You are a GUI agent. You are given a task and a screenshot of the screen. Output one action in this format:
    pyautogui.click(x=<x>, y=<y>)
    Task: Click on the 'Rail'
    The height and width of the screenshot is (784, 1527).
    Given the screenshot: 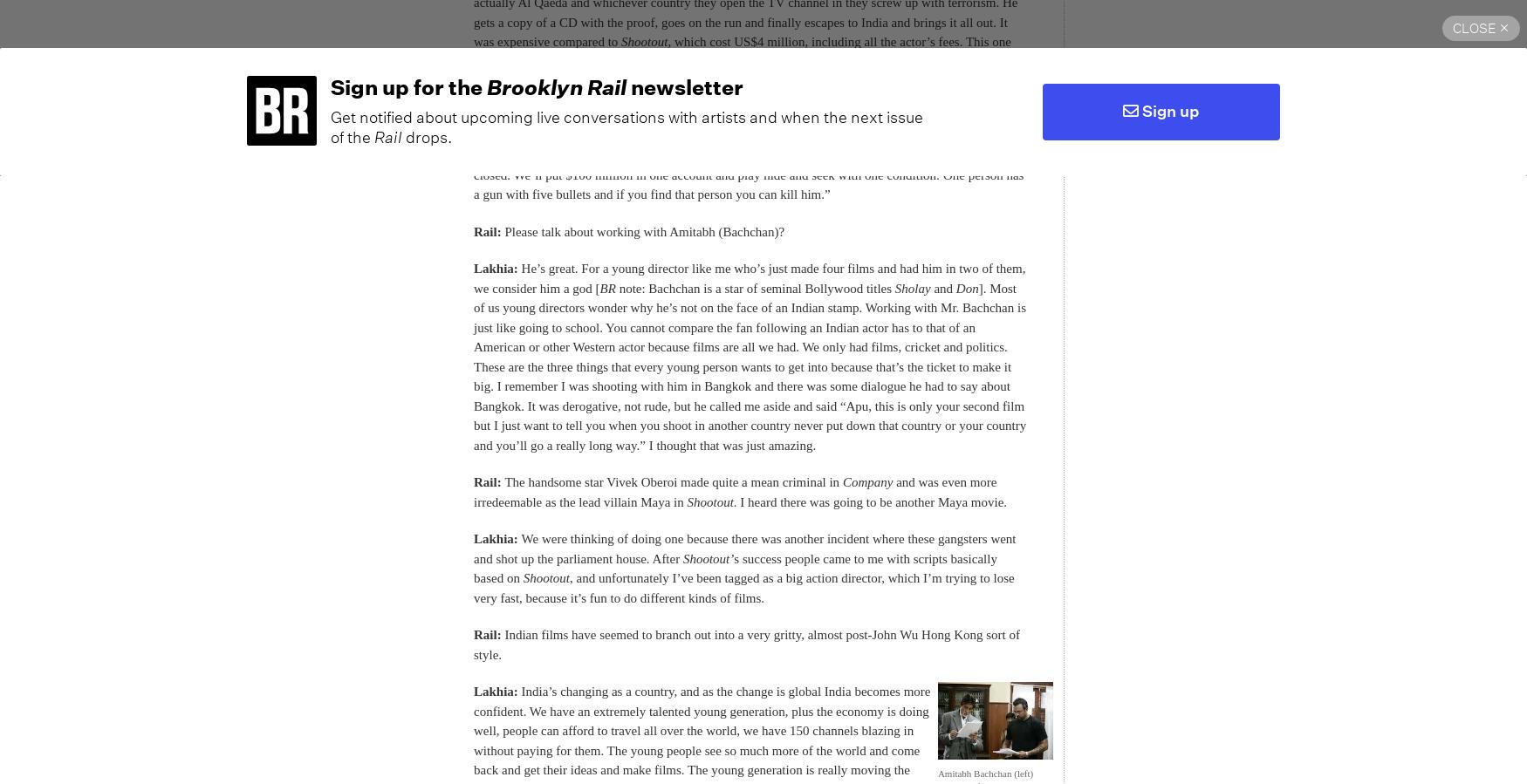 What is the action you would take?
    pyautogui.click(x=388, y=137)
    